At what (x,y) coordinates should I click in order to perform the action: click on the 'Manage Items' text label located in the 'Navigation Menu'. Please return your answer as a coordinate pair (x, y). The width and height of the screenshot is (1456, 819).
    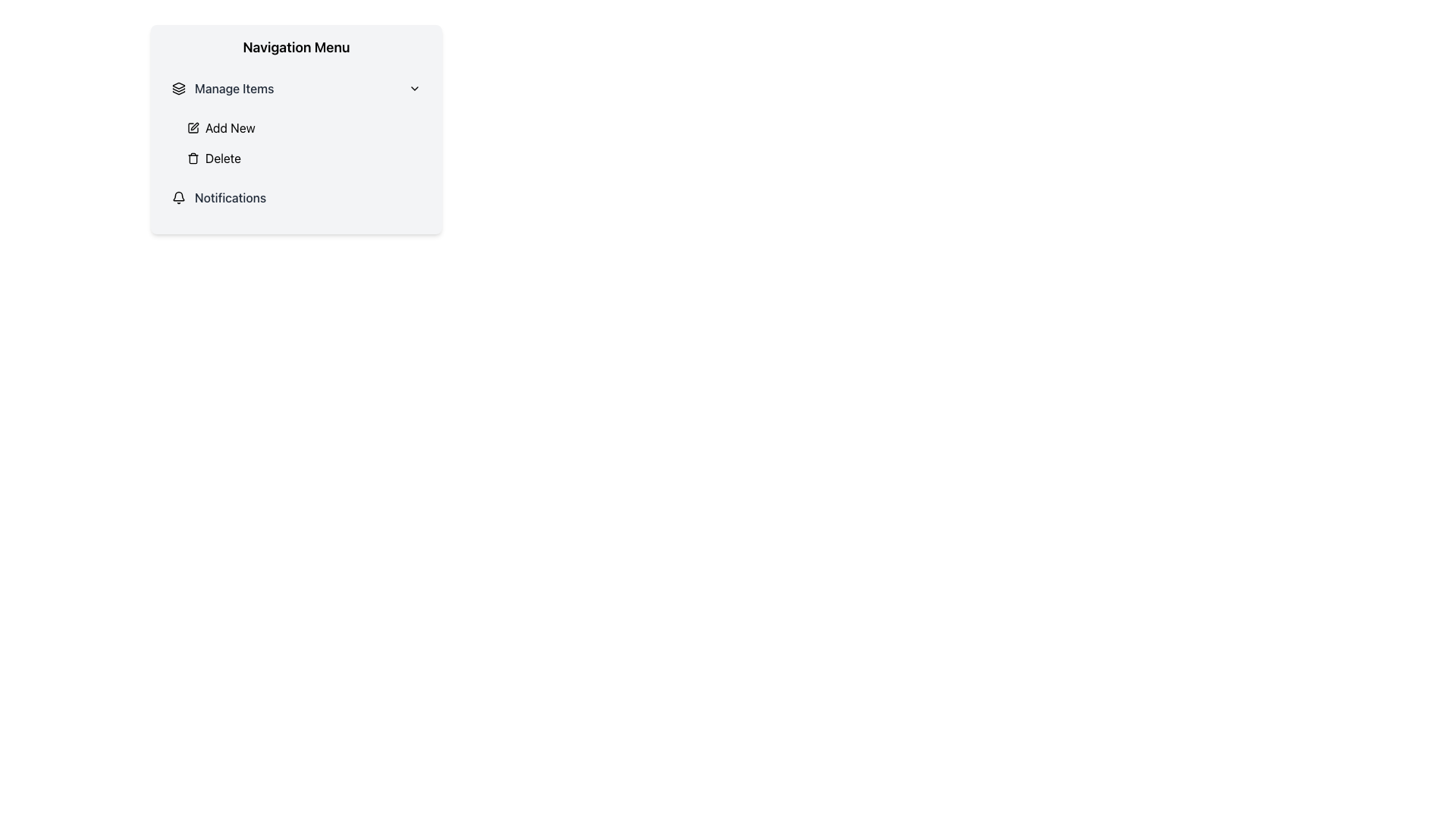
    Looking at the image, I should click on (234, 88).